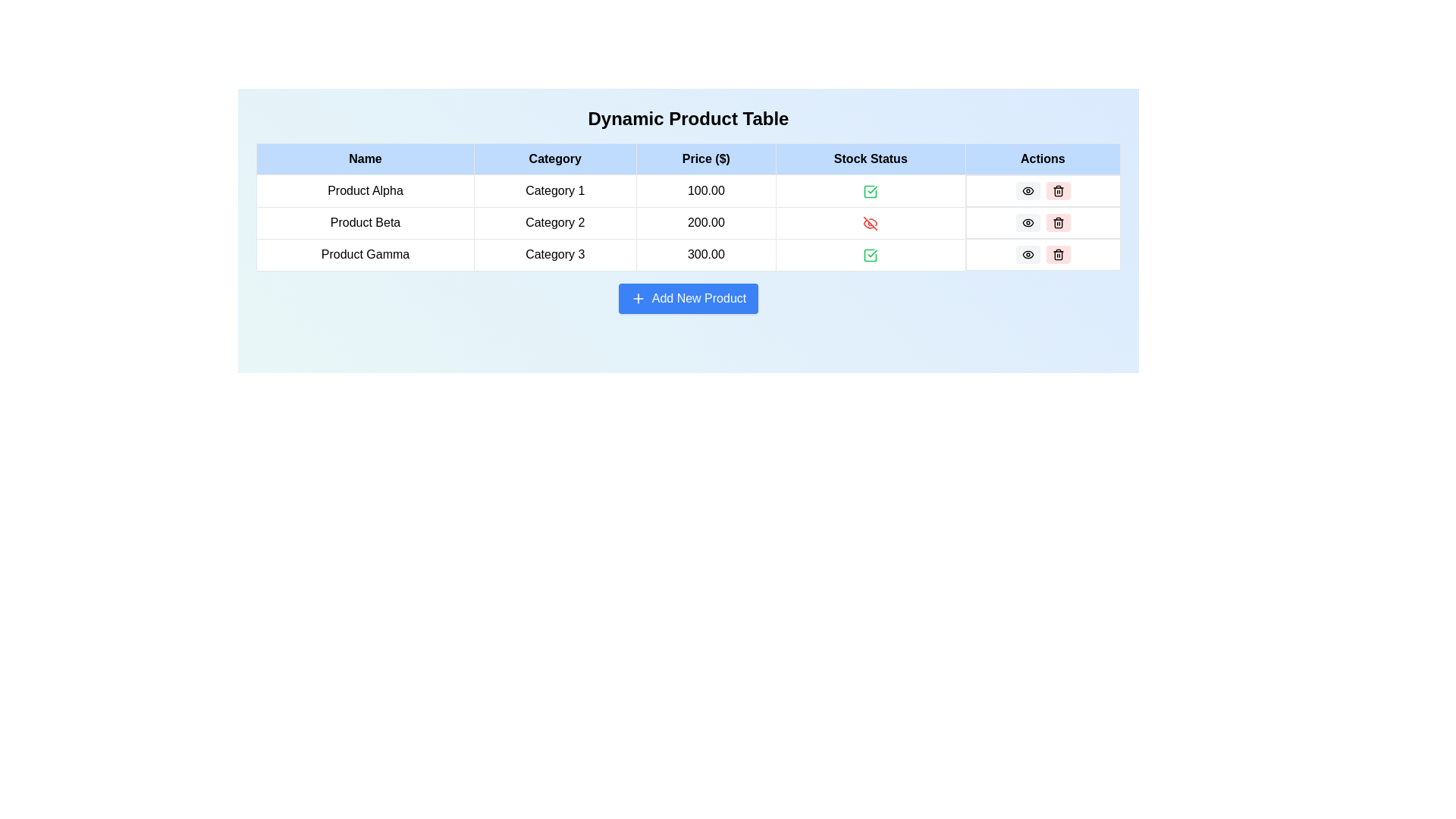 This screenshot has height=819, width=1456. I want to click on the Table Cell displaying the price of 'Product Gamma' in the data table, located in the 'Price' column of the third row, so click(705, 253).